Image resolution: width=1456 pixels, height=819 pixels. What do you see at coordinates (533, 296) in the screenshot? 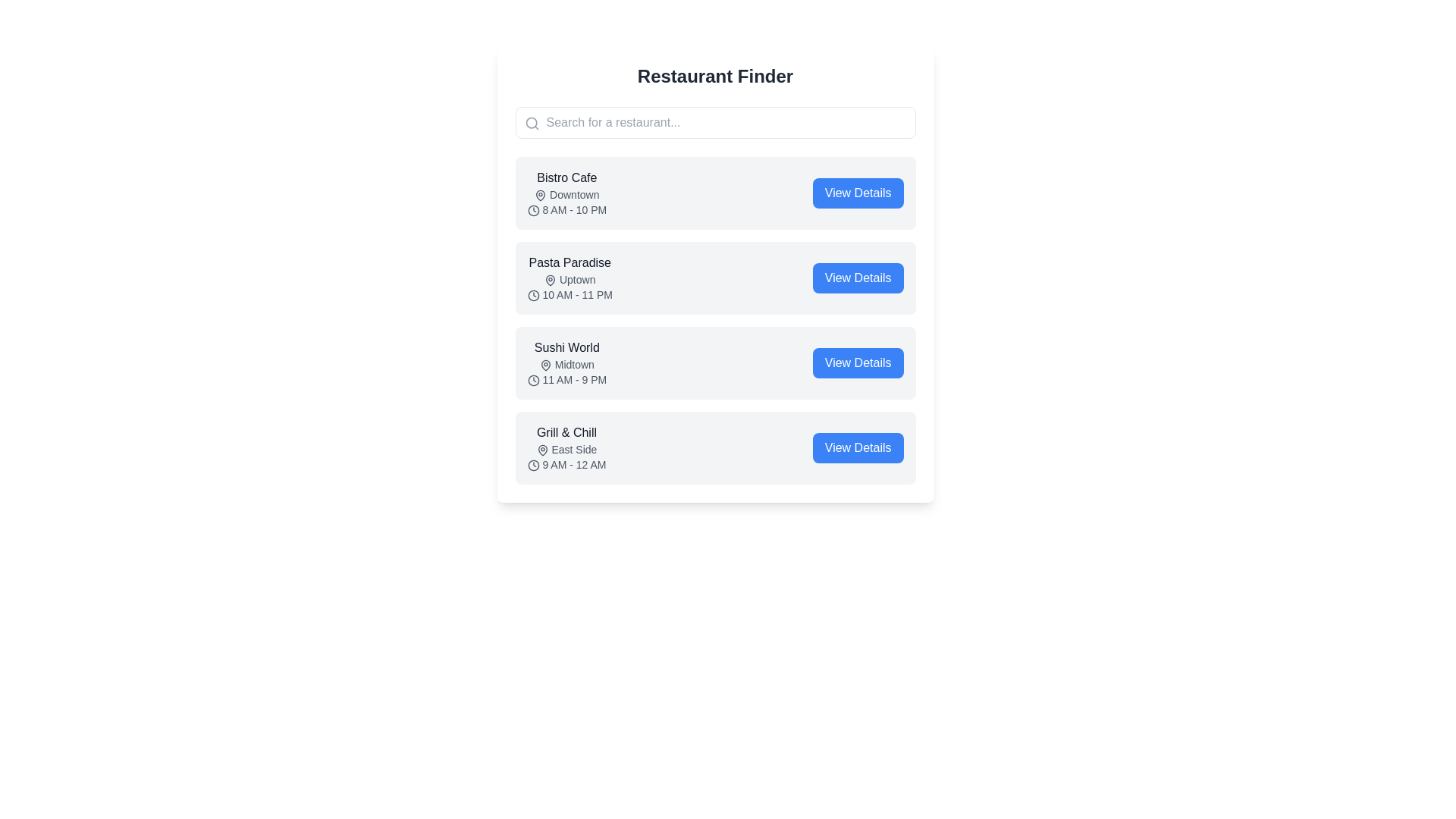
I see `the clock icon located to the left of the time display '10 AM - 11 PM' in the 'Pasta Paradise' section of the second card` at bounding box center [533, 296].